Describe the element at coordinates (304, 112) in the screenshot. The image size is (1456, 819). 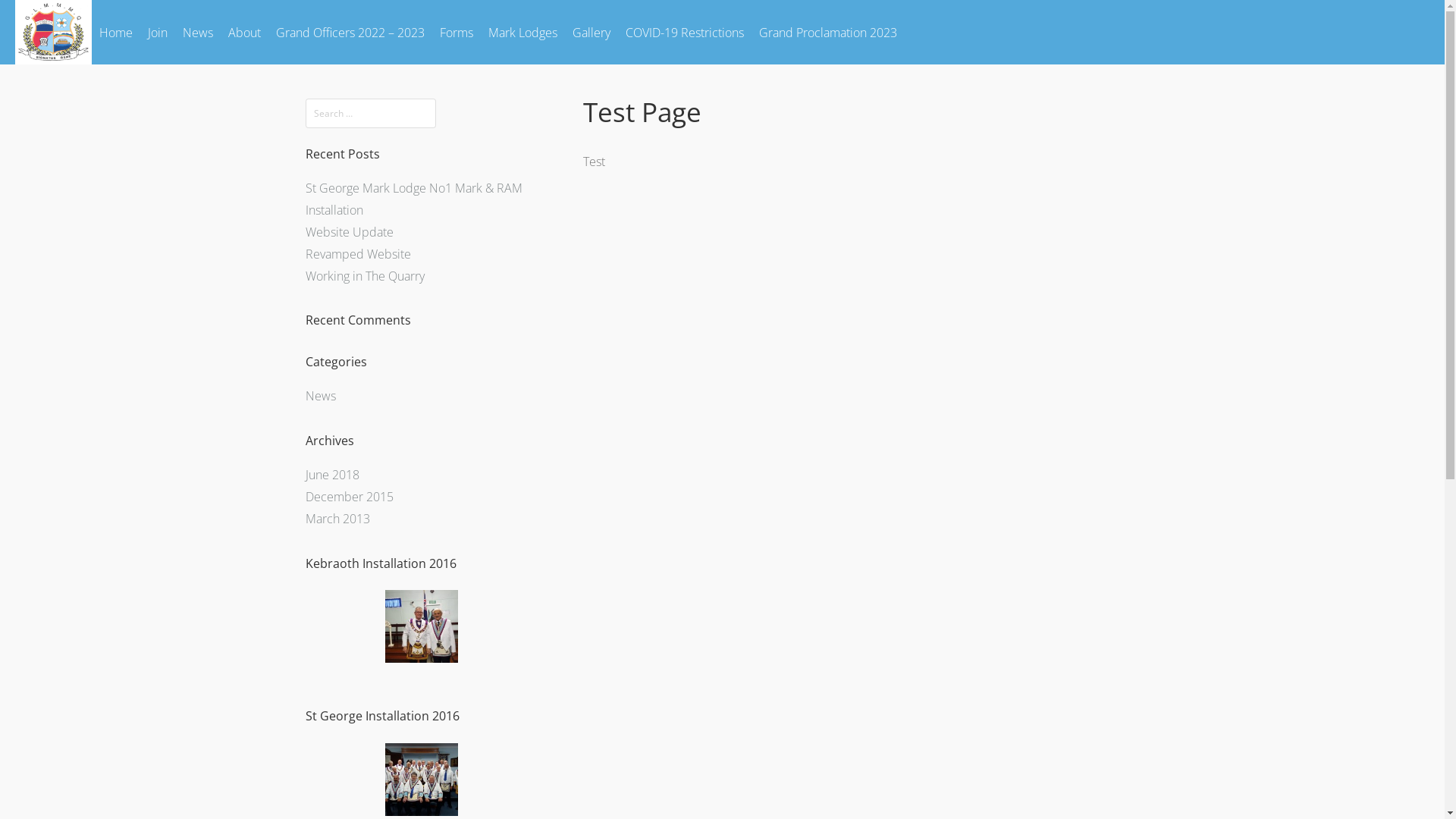
I see `'Search for:'` at that location.